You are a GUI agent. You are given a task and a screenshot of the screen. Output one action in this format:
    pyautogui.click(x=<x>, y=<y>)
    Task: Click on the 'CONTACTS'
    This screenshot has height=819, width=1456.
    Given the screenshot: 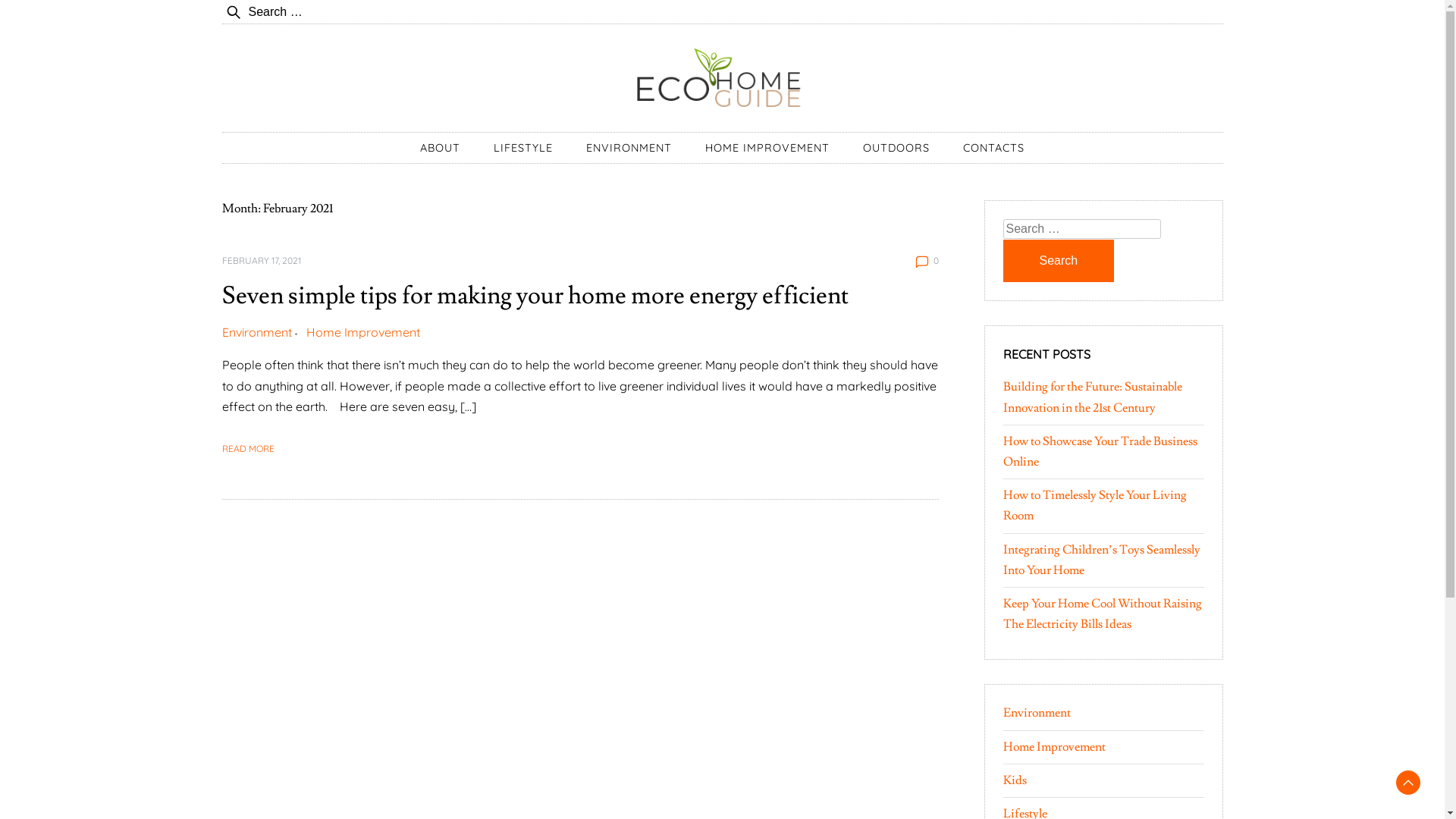 What is the action you would take?
    pyautogui.click(x=993, y=148)
    